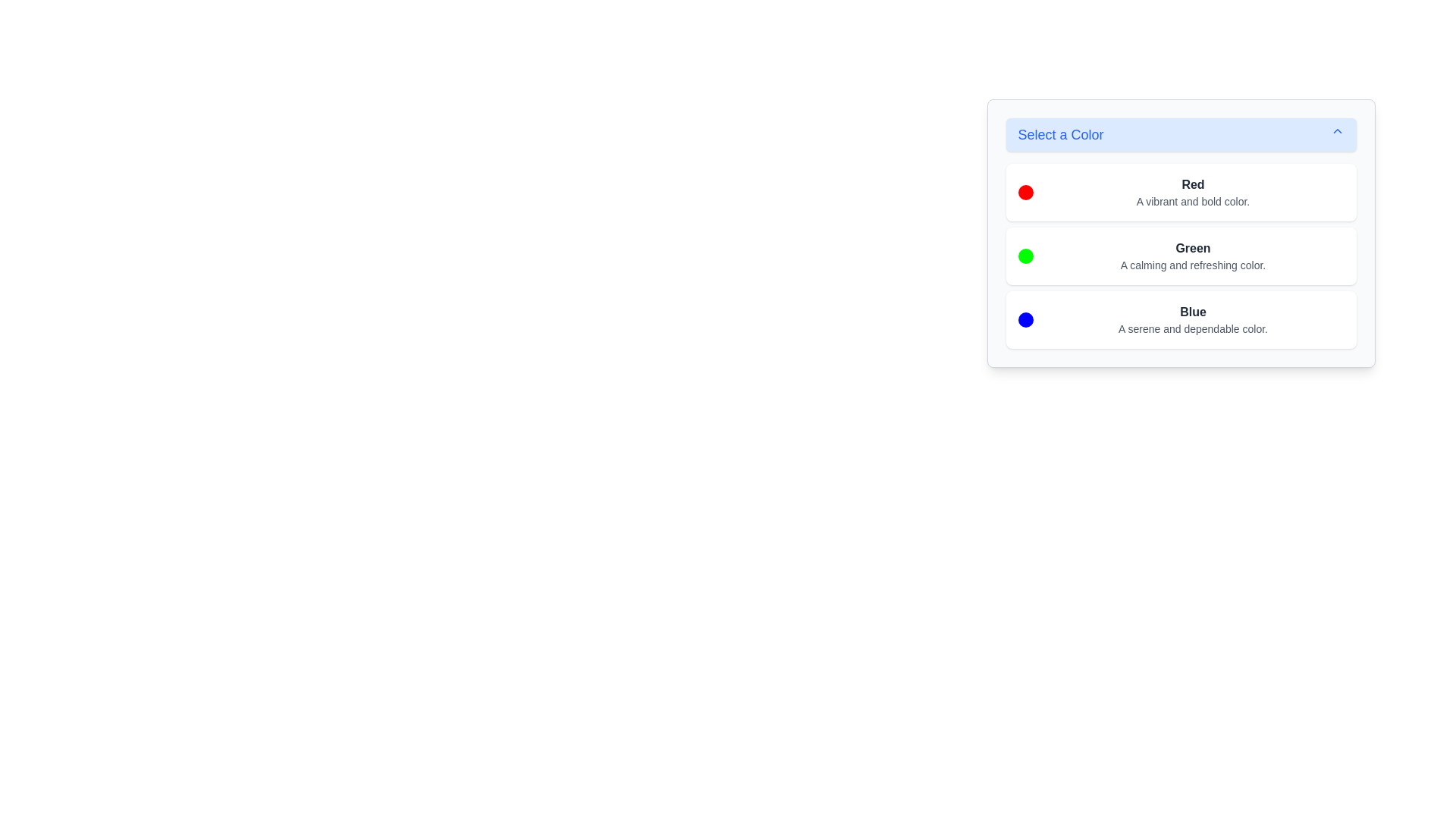  I want to click on the descriptive text about the color 'Blue', which is located directly beneath the 'Blue' label in the list of color options and is part of the third item in the list, so click(1192, 328).